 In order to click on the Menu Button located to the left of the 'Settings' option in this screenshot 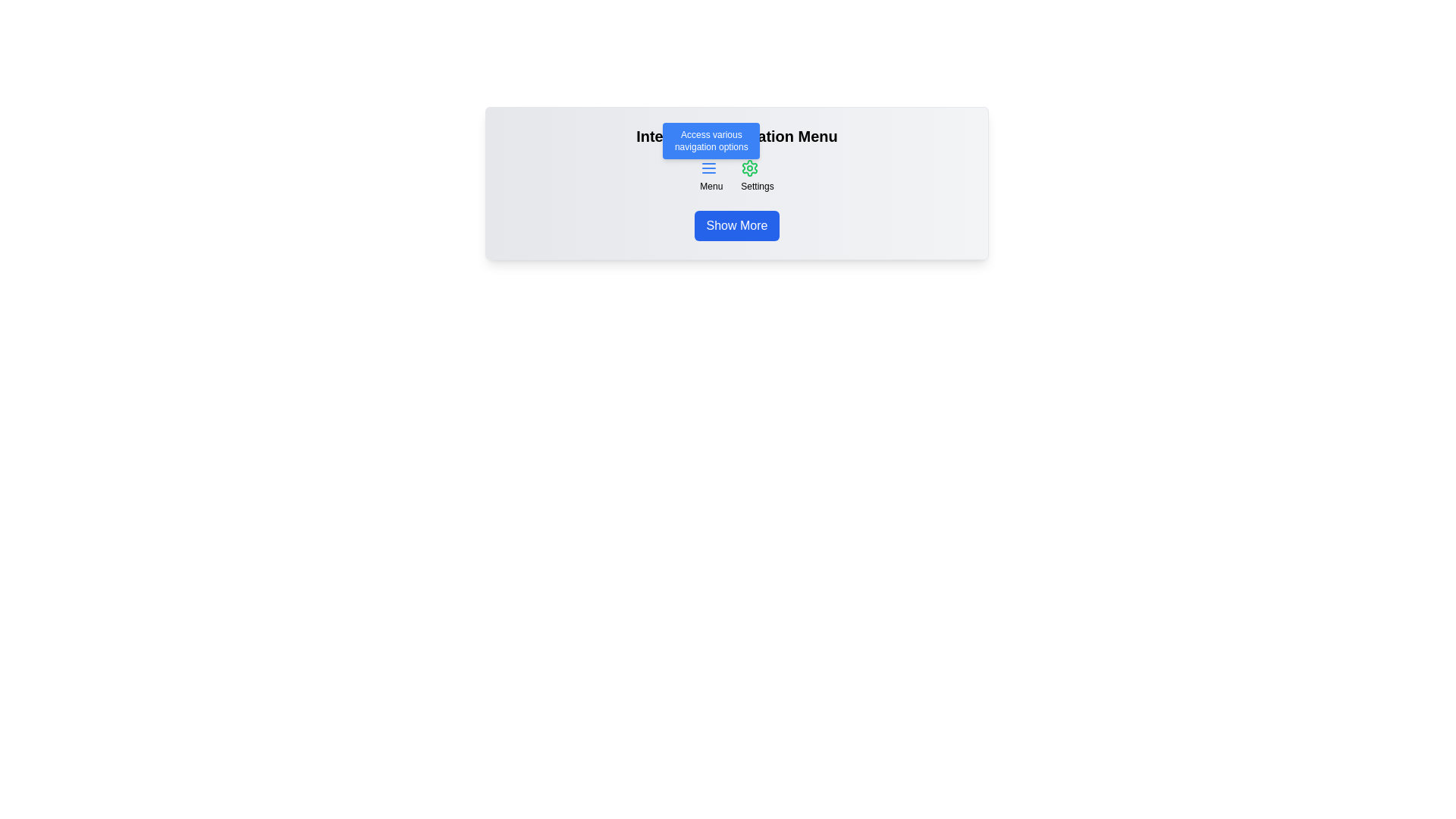, I will do `click(711, 174)`.